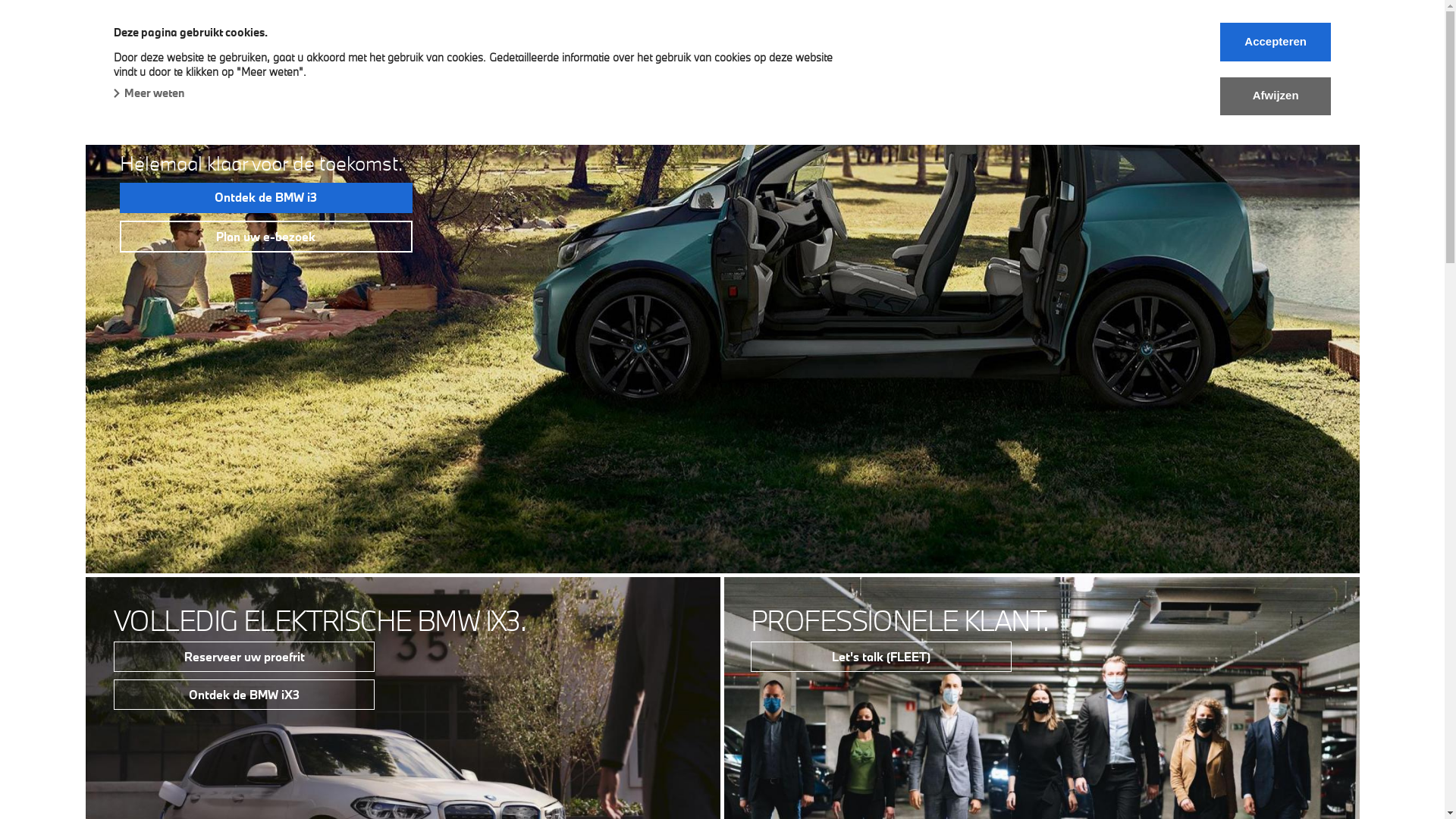 This screenshot has height=819, width=1456. I want to click on 'Reserveer uw proefrit', so click(243, 656).